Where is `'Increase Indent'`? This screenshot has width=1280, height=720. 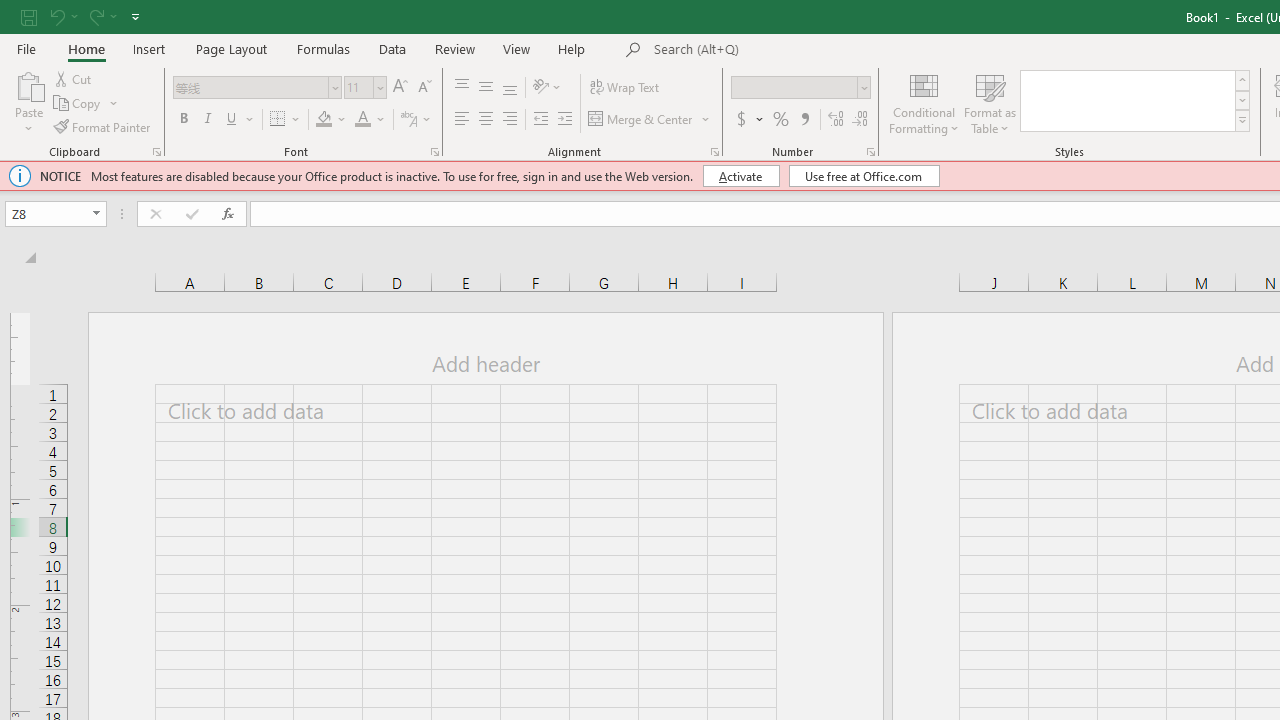
'Increase Indent' is located at coordinates (564, 119).